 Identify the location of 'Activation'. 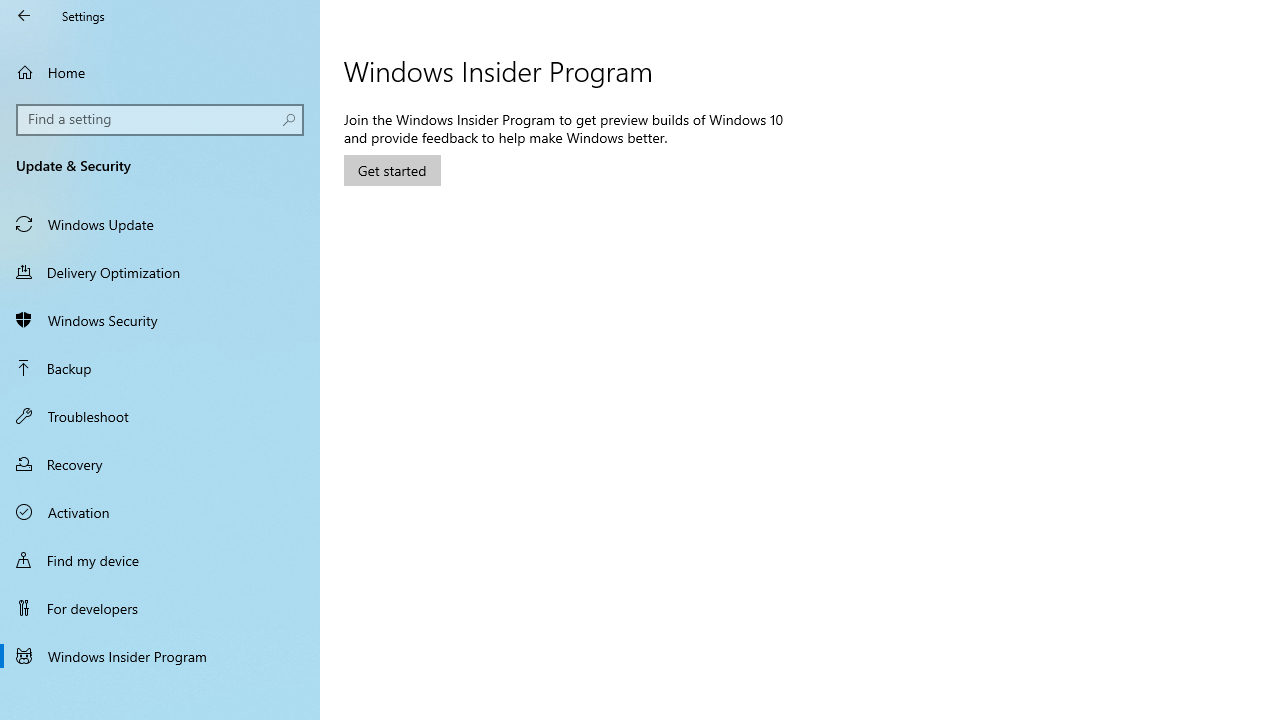
(160, 510).